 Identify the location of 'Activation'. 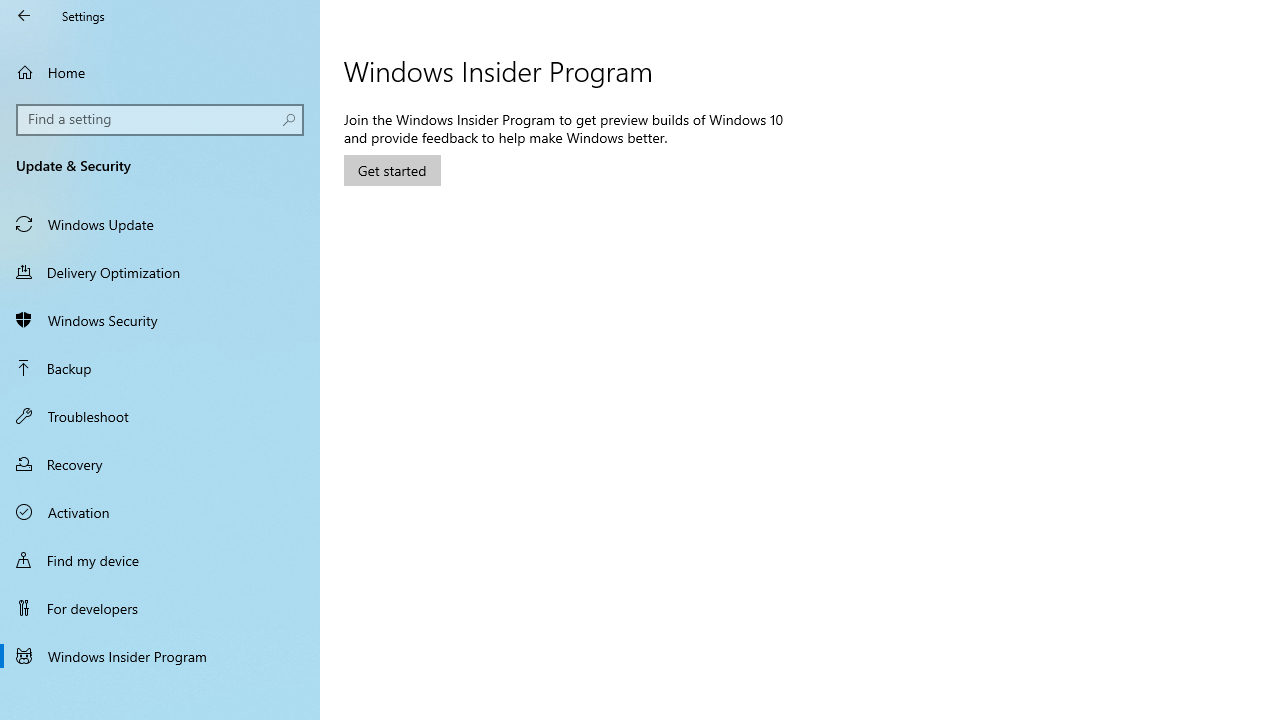
(160, 510).